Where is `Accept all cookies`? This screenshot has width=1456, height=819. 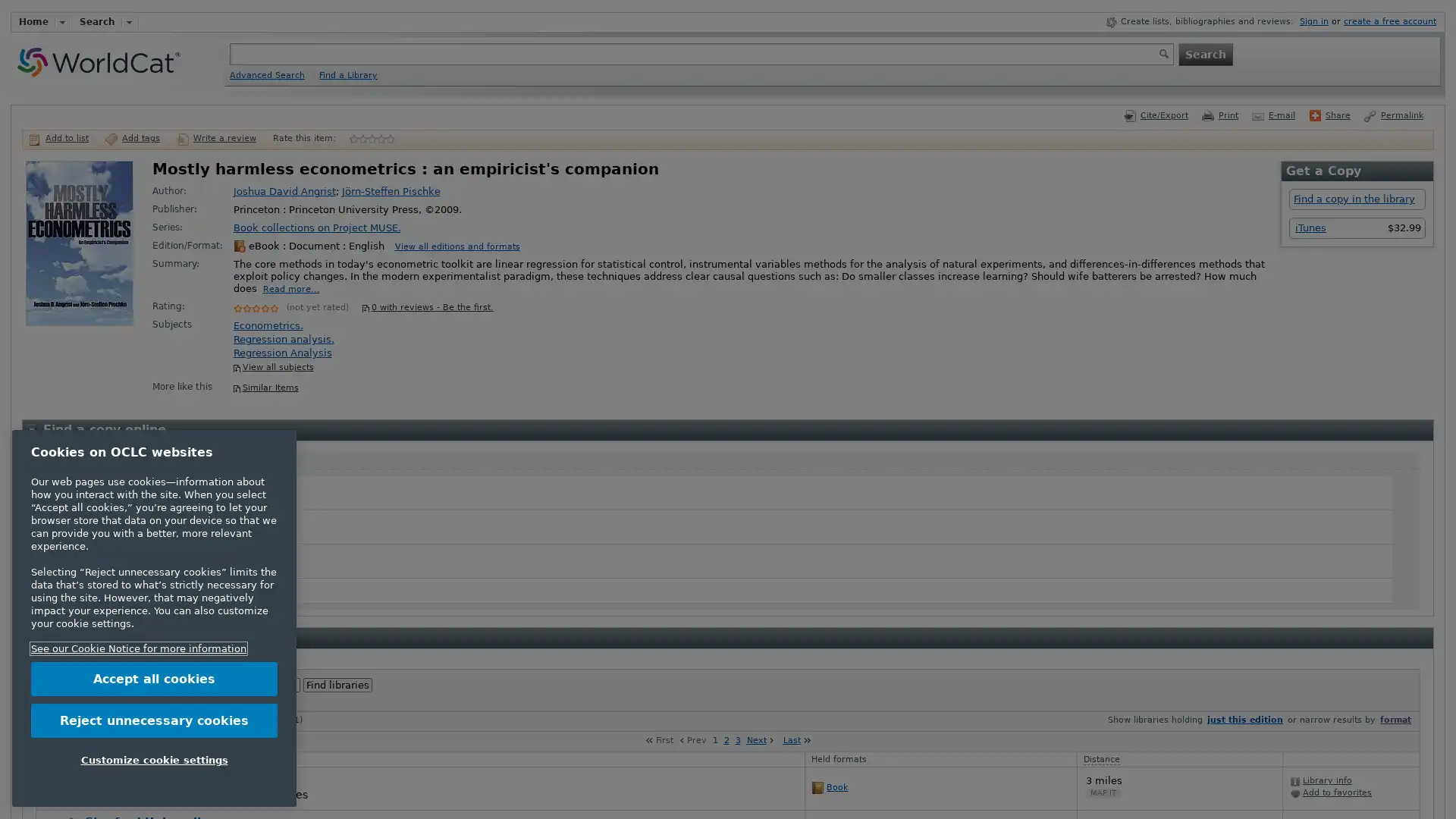 Accept all cookies is located at coordinates (154, 678).